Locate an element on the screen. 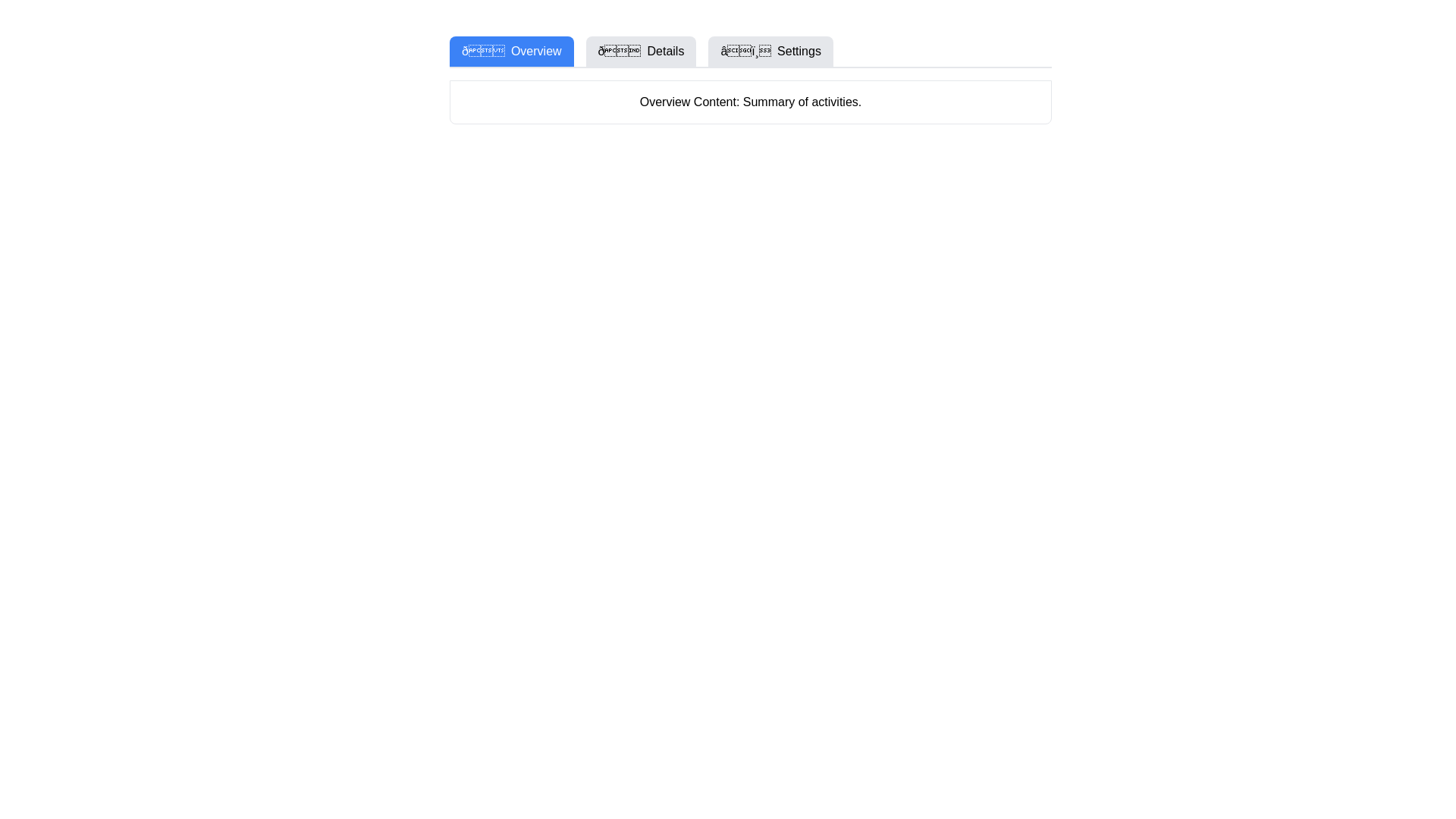 This screenshot has width=1456, height=819. the 'Details' section icon, which is positioned within the tab-like structure labeled 'Details' is located at coordinates (619, 50).